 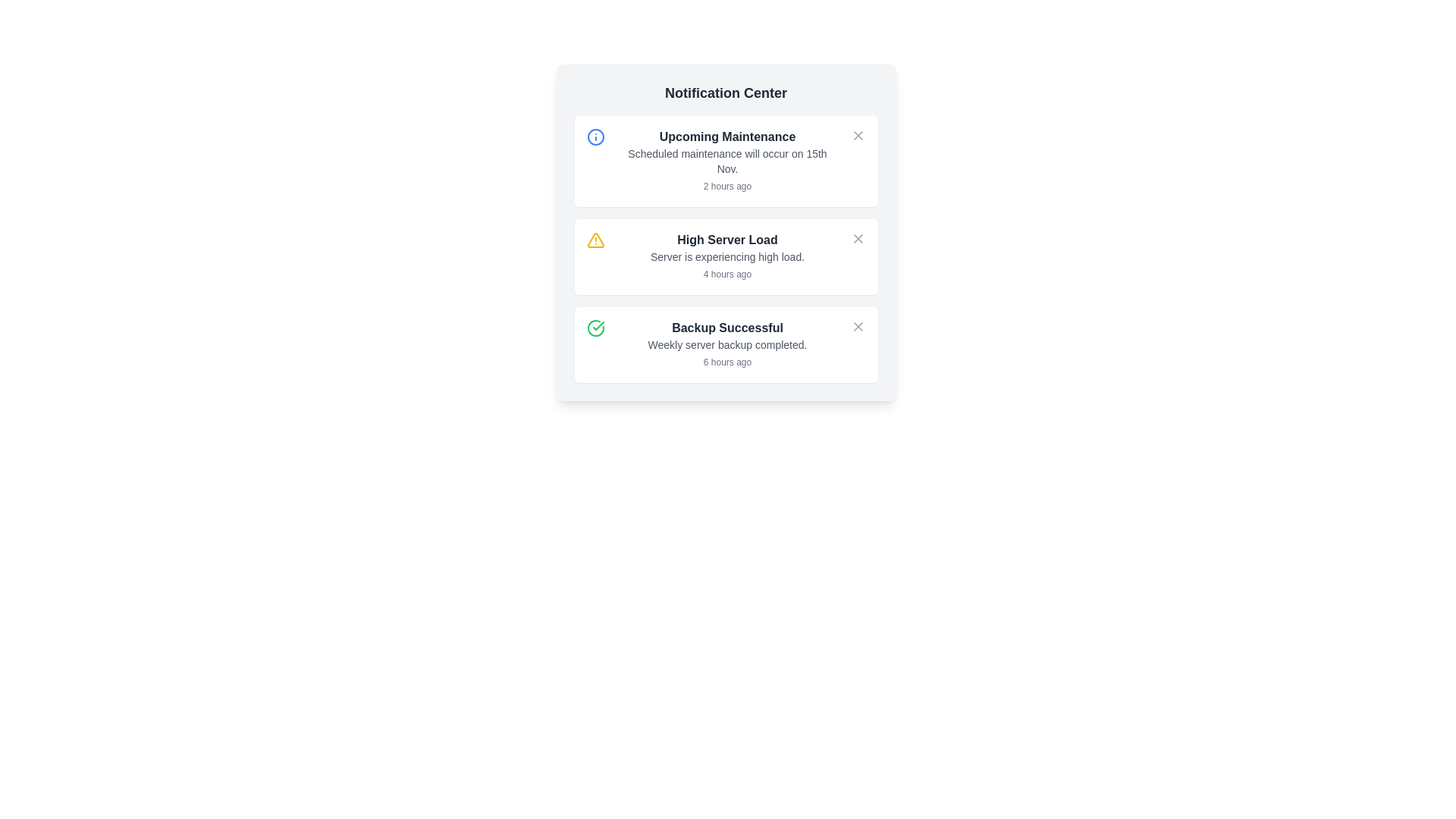 What do you see at coordinates (597, 325) in the screenshot?
I see `success status icon located to the left of the 'Backup Successful' notification text in the bottom notification entry of the notification center panel` at bounding box center [597, 325].